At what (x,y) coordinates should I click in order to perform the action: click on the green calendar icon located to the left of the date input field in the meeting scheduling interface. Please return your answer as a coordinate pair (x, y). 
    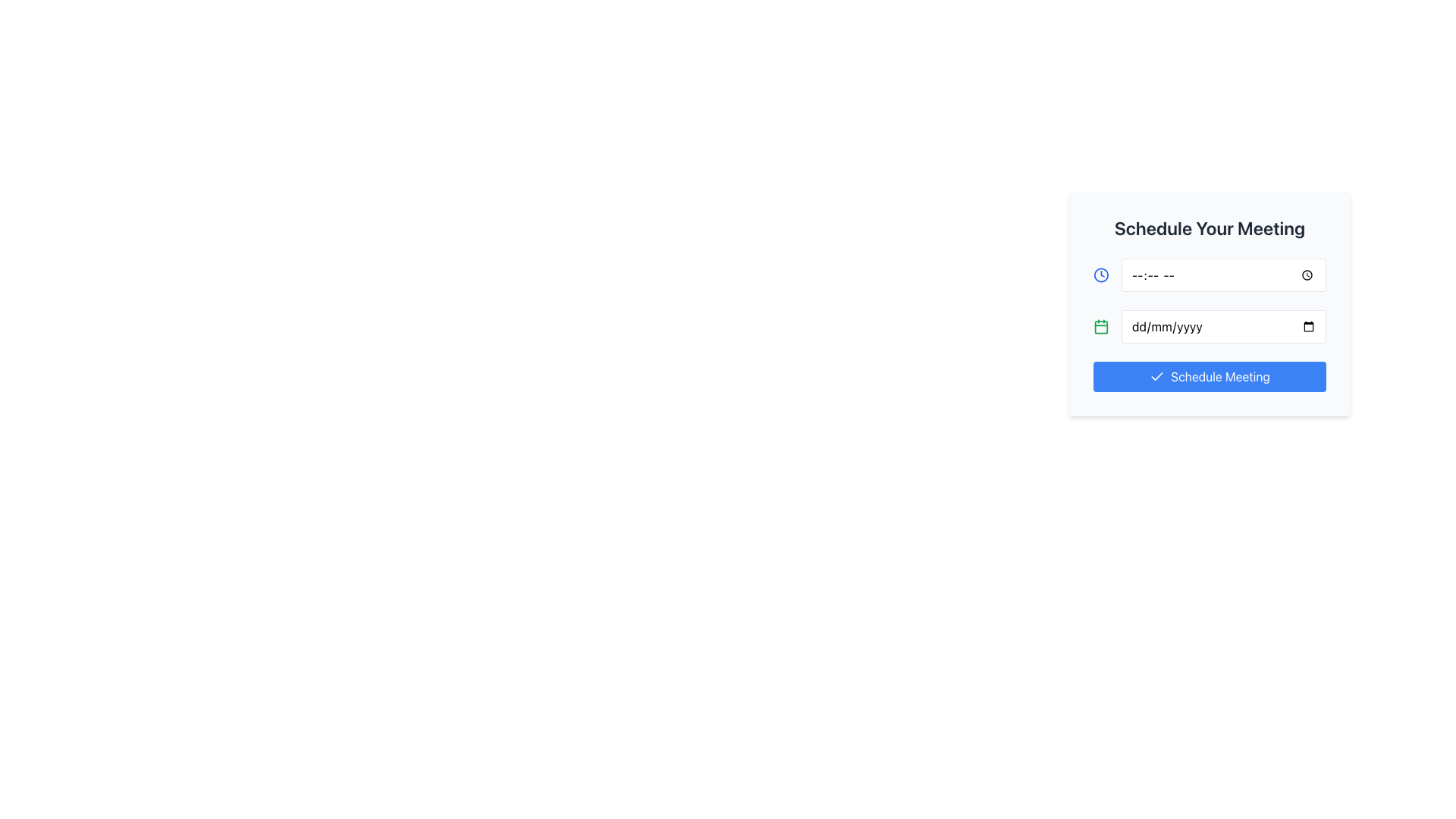
    Looking at the image, I should click on (1101, 326).